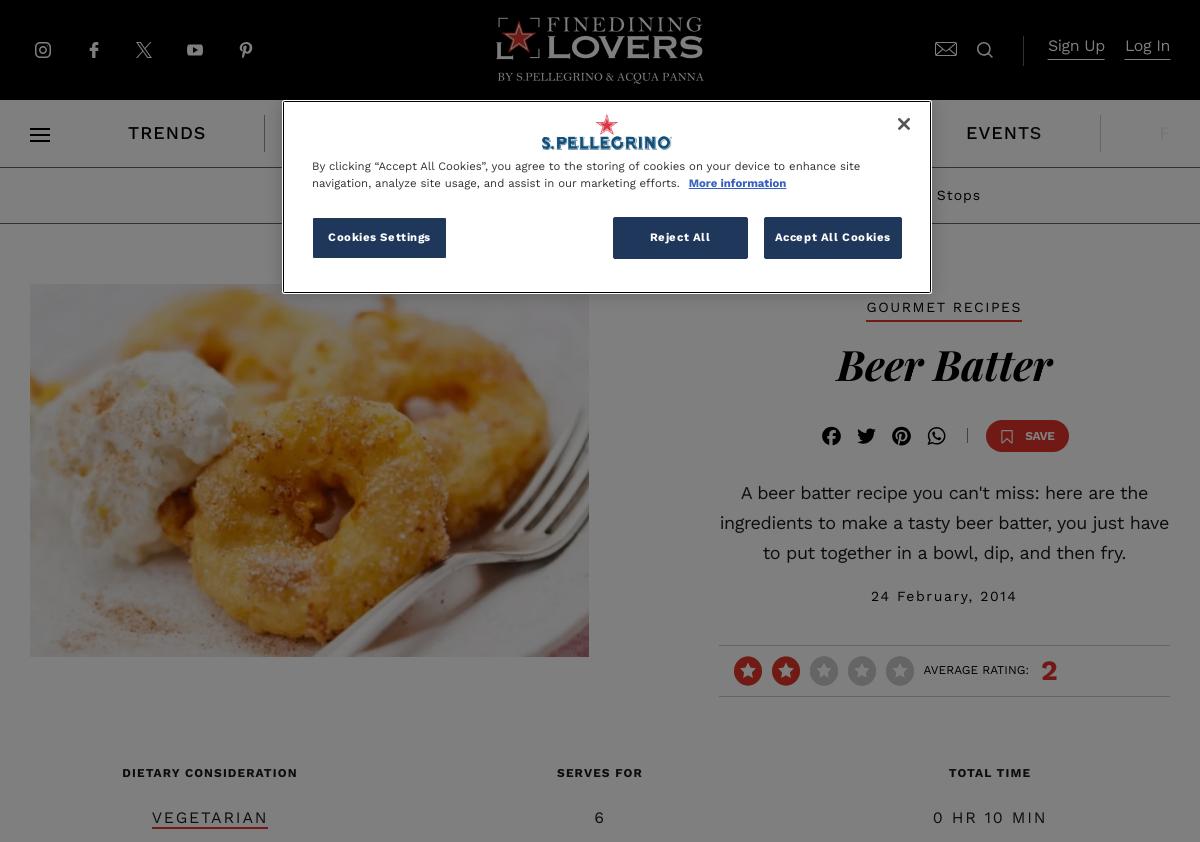 The height and width of the screenshot is (842, 1200). Describe the element at coordinates (551, 132) in the screenshot. I see `'Places'` at that location.